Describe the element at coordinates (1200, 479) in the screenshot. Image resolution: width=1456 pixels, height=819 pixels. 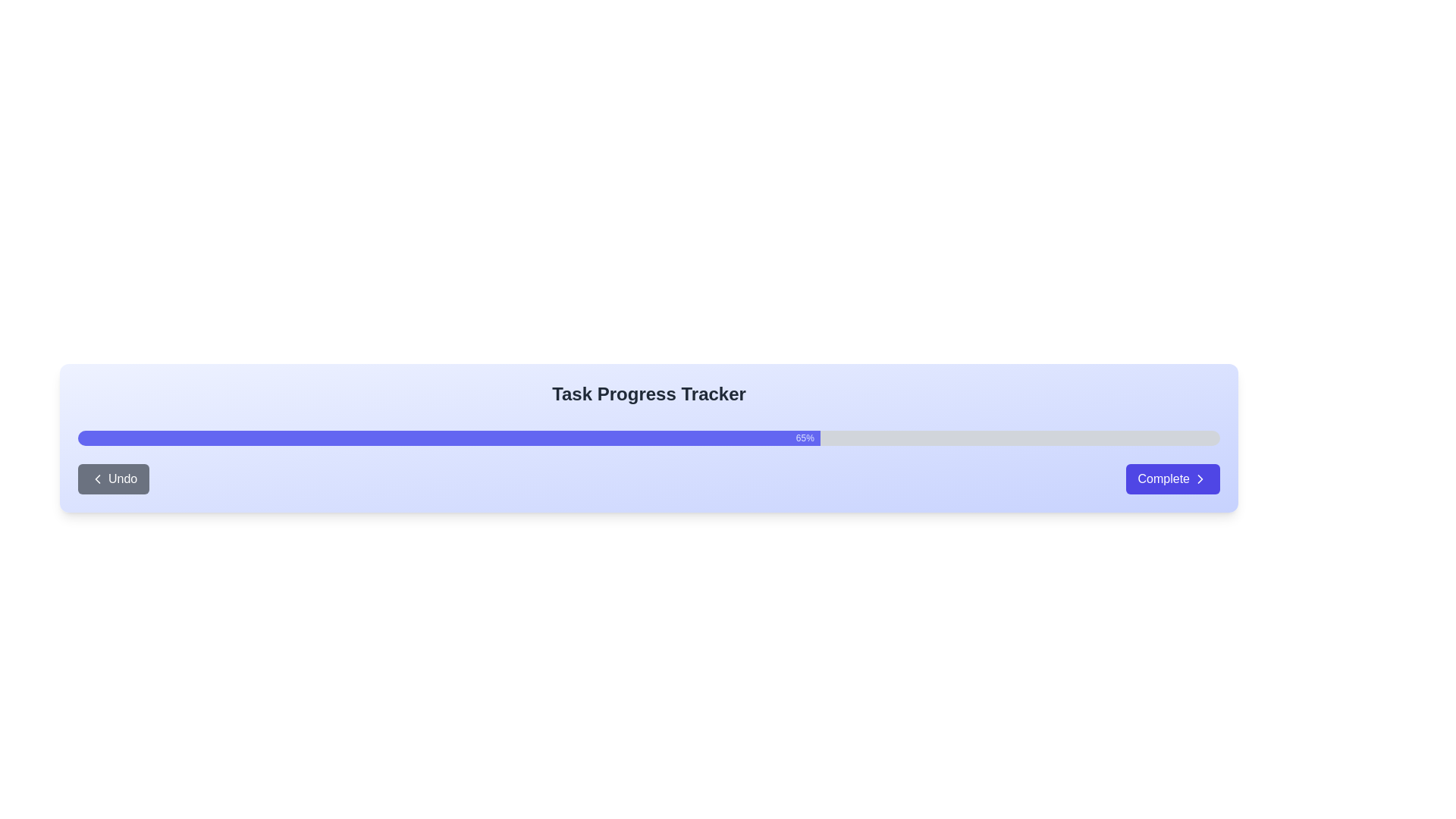
I see `the chevron icon that indicates a forward action, which is centered within the right-arrow icon of the 'Complete' button located at the bottom right of the interface` at that location.